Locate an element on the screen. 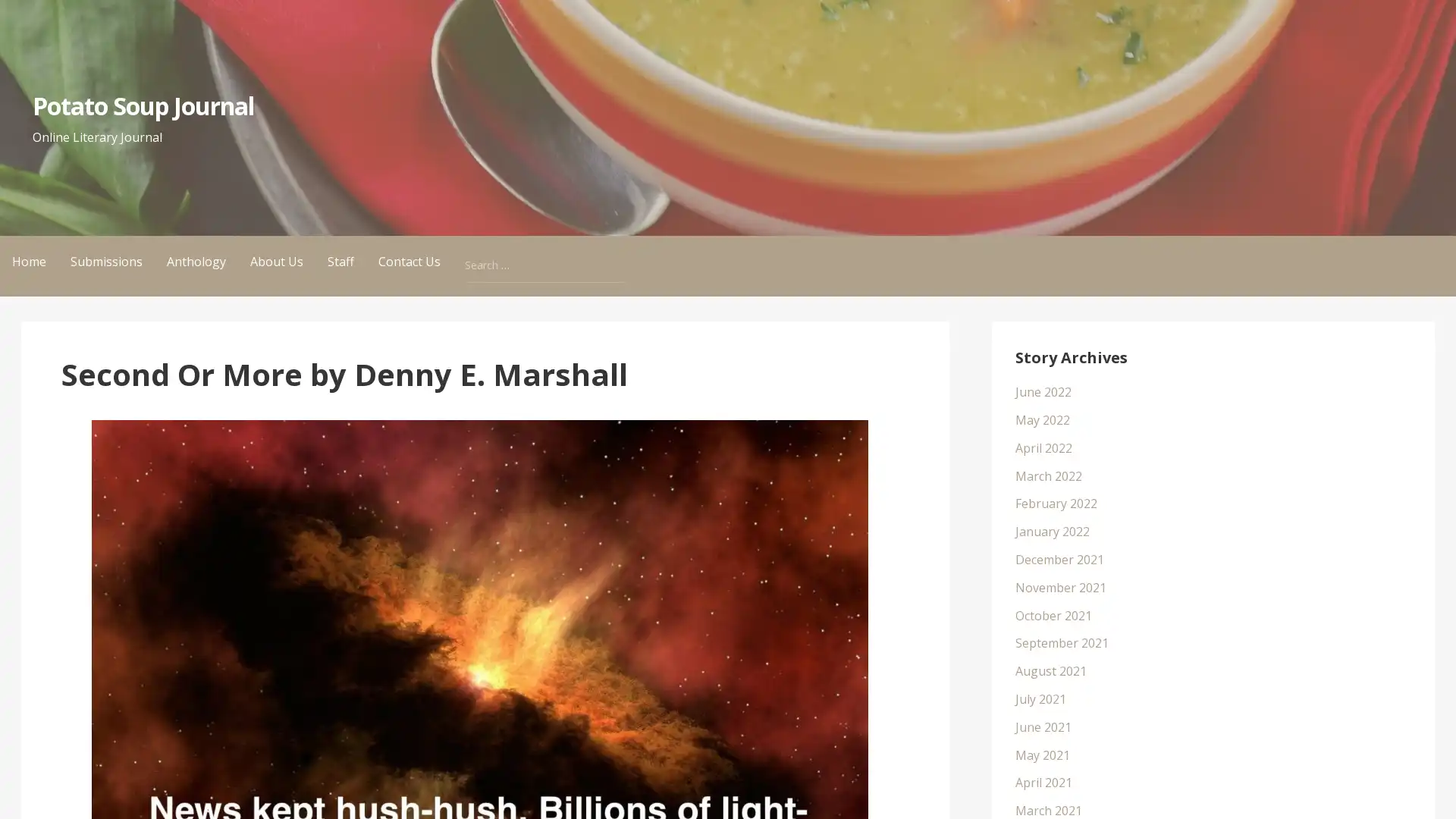  Search is located at coordinates (622, 250).